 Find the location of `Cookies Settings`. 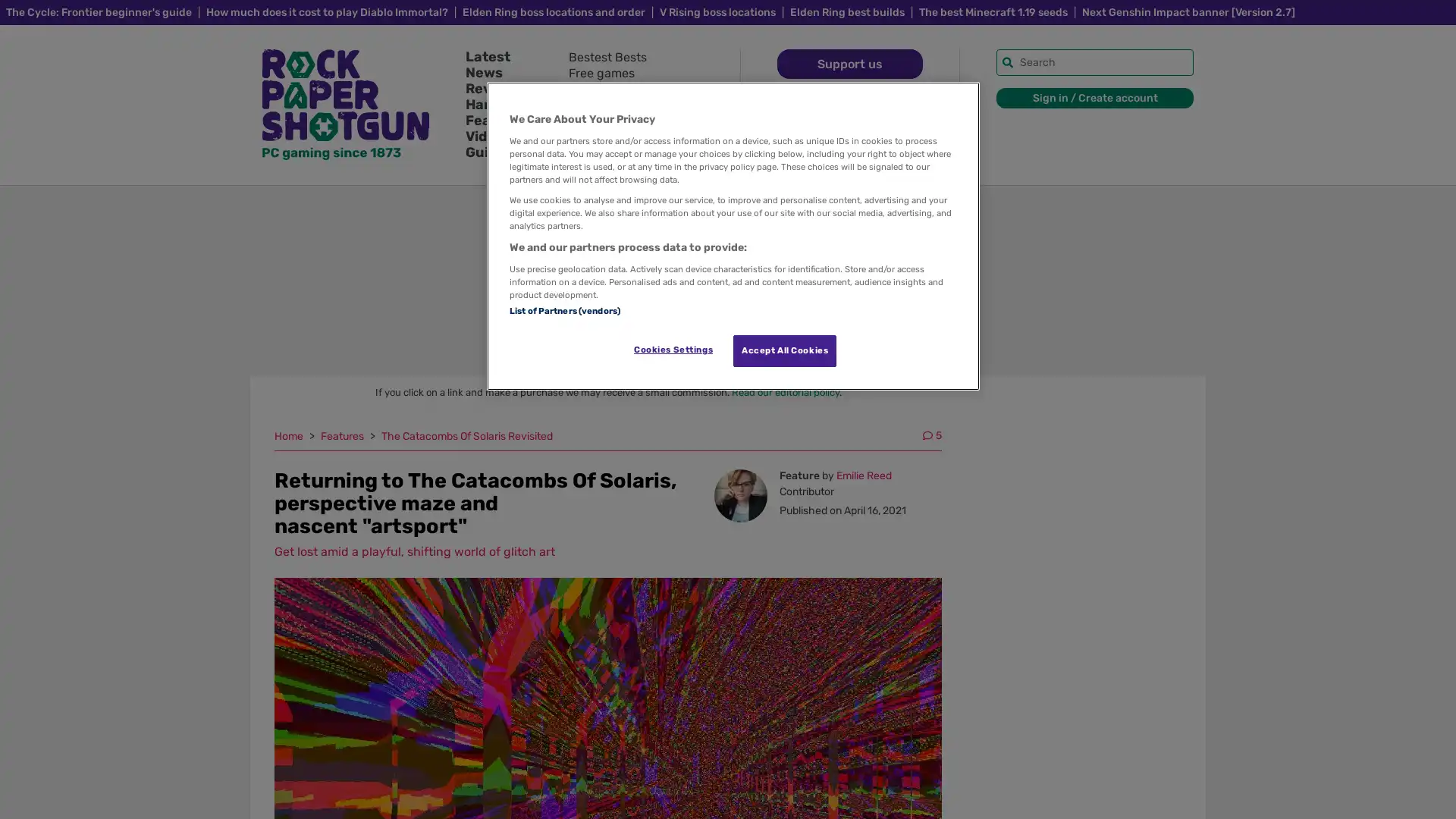

Cookies Settings is located at coordinates (672, 350).